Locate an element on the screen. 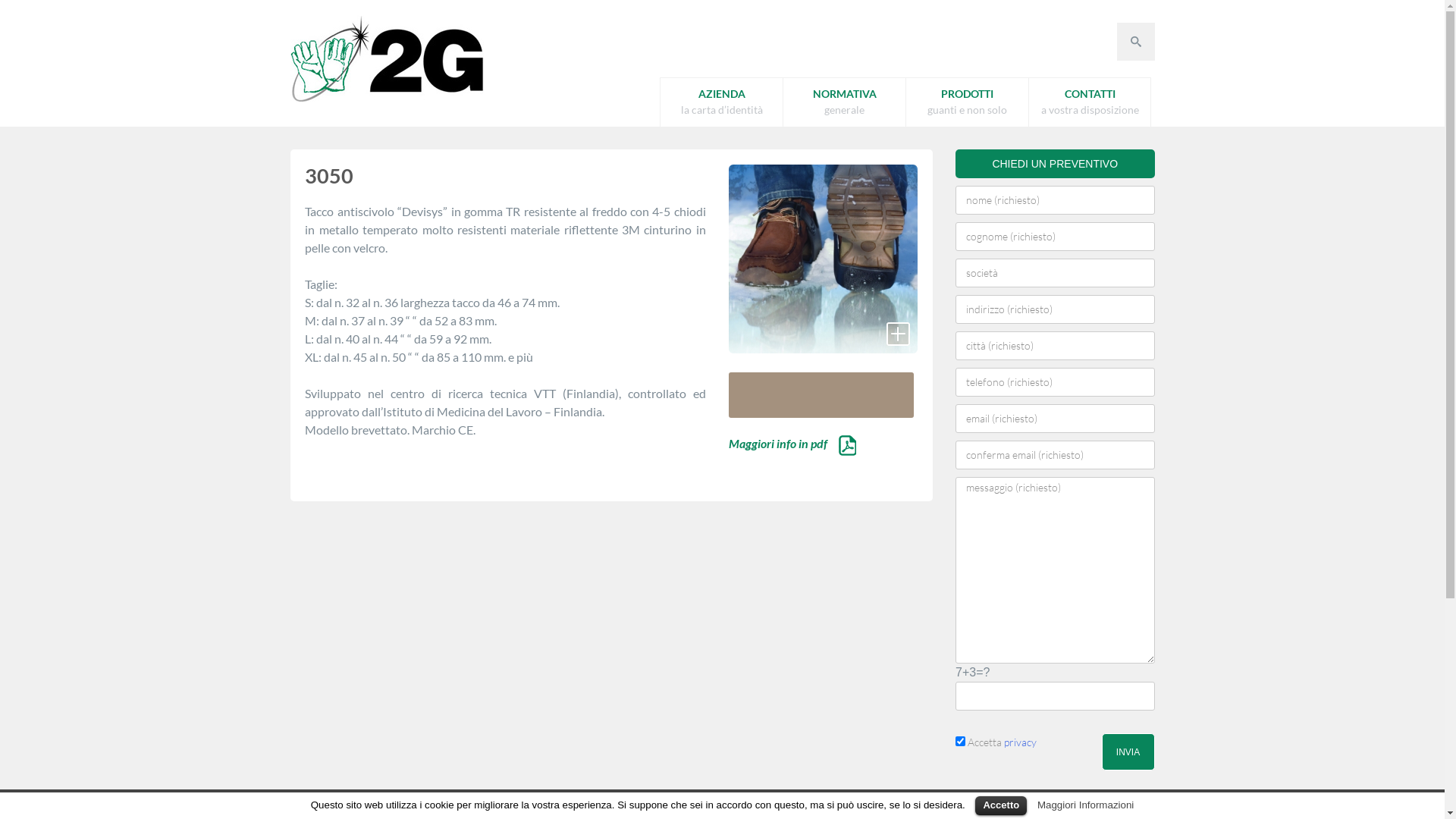  'NORMATIVA is located at coordinates (843, 102).